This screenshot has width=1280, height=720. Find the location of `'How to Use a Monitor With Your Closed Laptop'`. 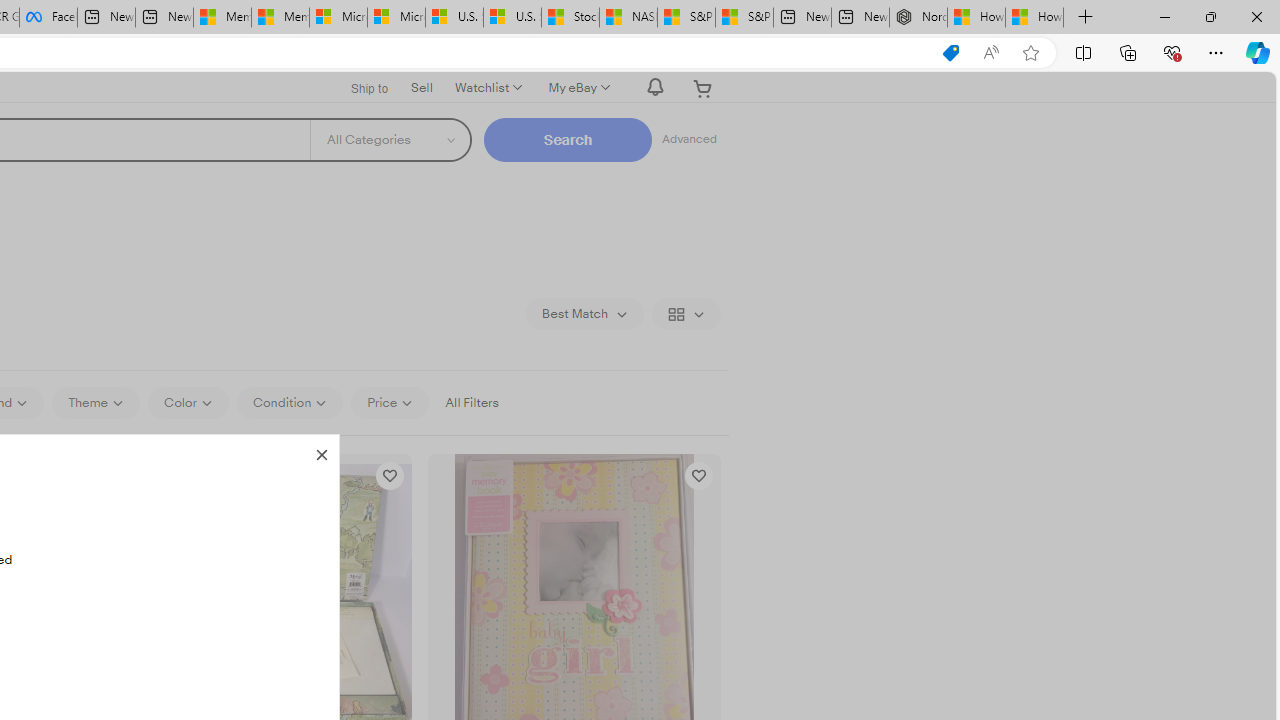

'How to Use a Monitor With Your Closed Laptop' is located at coordinates (1034, 17).